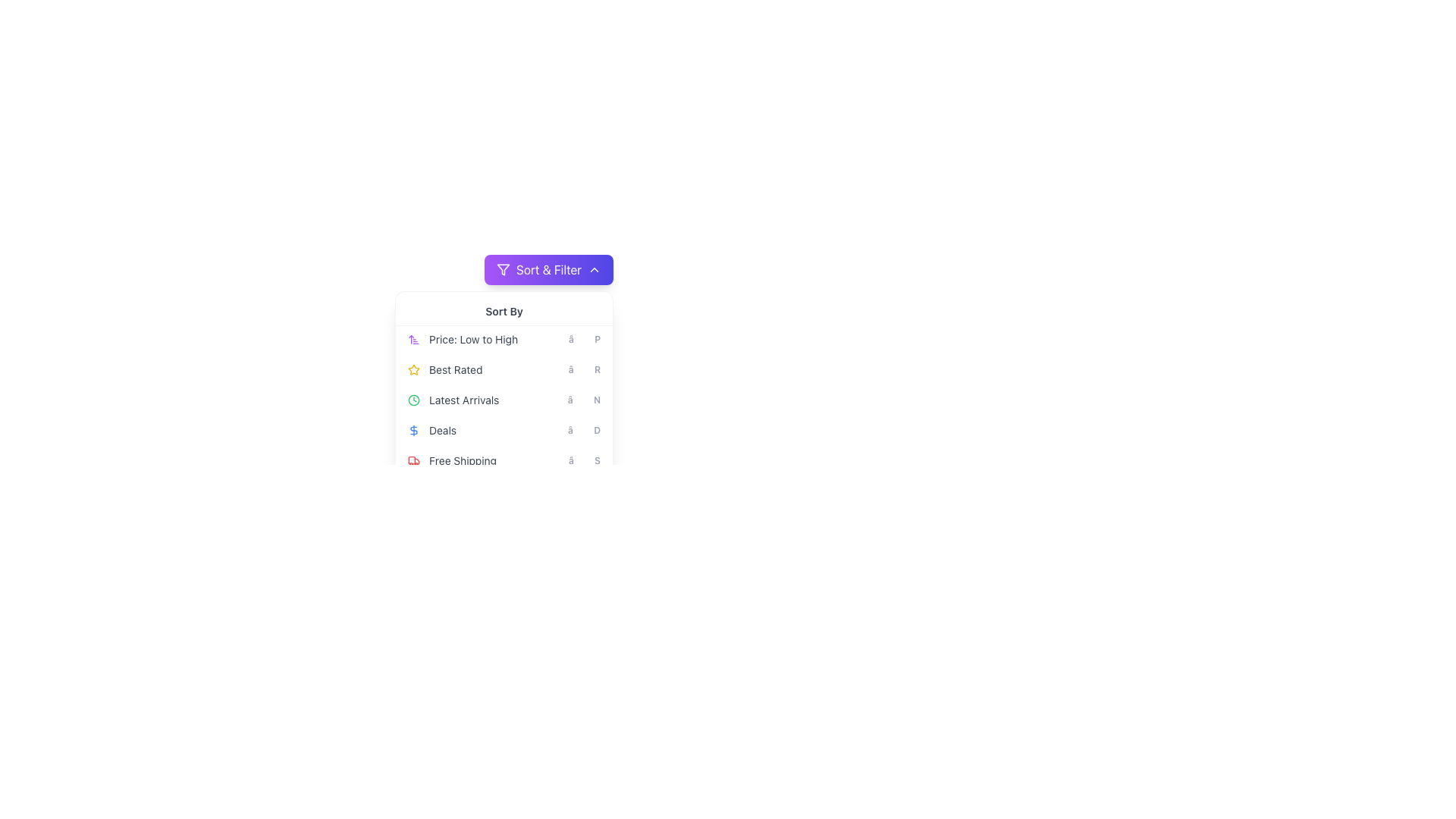  I want to click on text label 'Deals' located in the fourth position of the vertical menu, styled in gray and changes to purple when hovered over, so click(442, 430).